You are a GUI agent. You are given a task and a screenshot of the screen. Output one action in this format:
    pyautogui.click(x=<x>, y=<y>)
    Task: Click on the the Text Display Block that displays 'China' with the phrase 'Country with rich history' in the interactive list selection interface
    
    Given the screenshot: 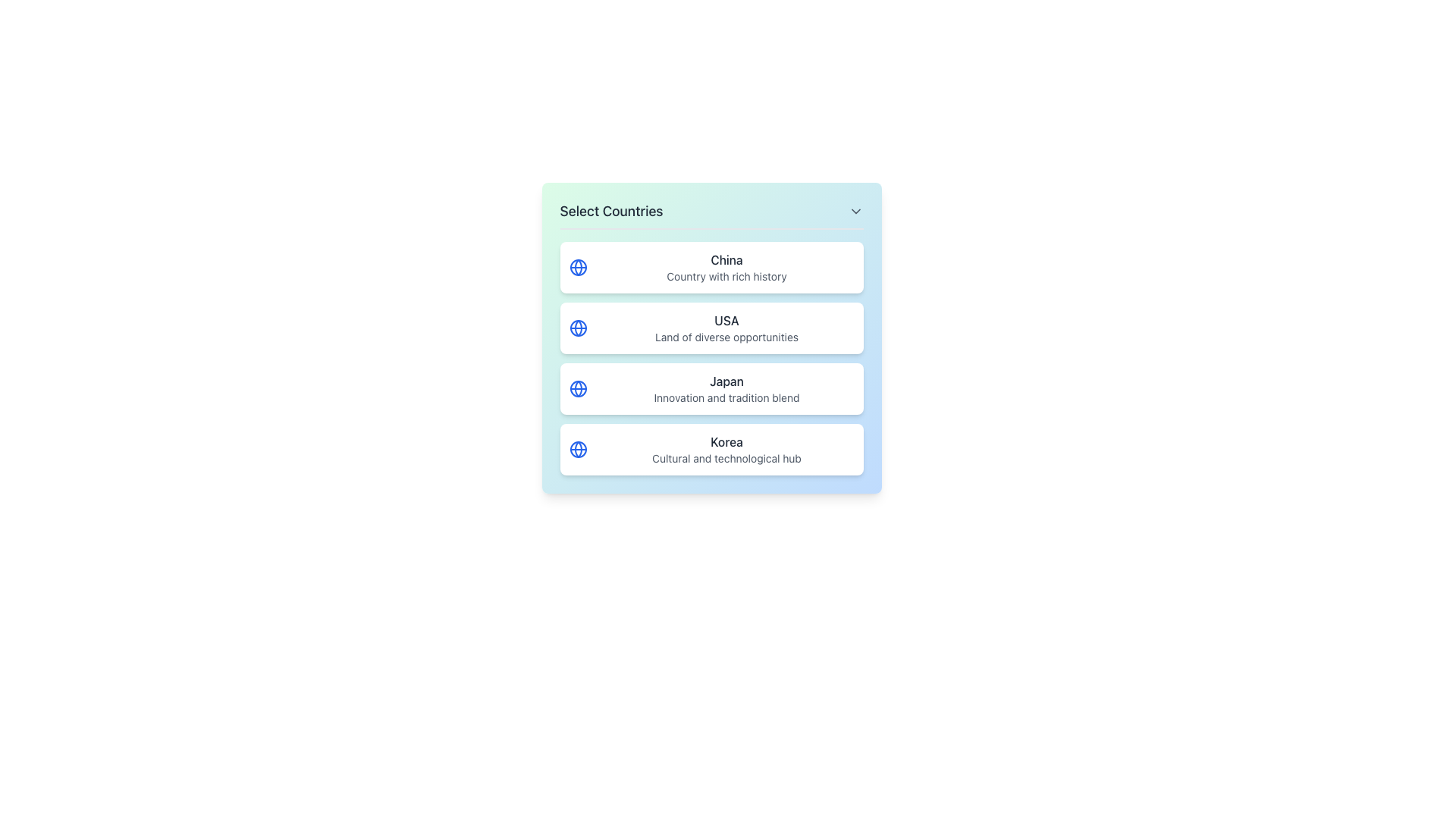 What is the action you would take?
    pyautogui.click(x=726, y=267)
    